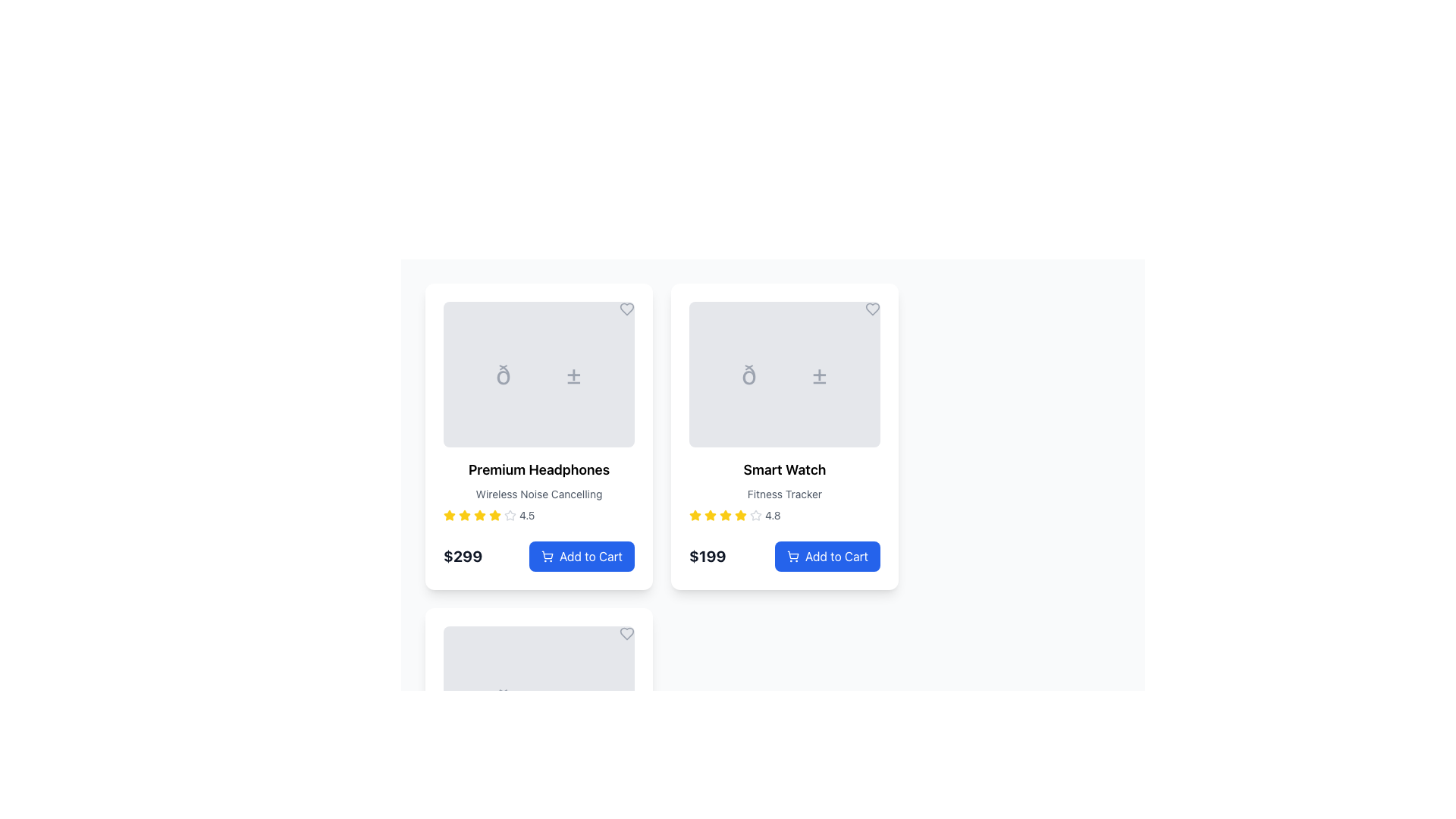 The width and height of the screenshot is (1456, 819). I want to click on the sixth star icon in the 'Premium Headphones' product card, which is styled with a yellow fill and stroke, indicating a rating component, so click(494, 514).